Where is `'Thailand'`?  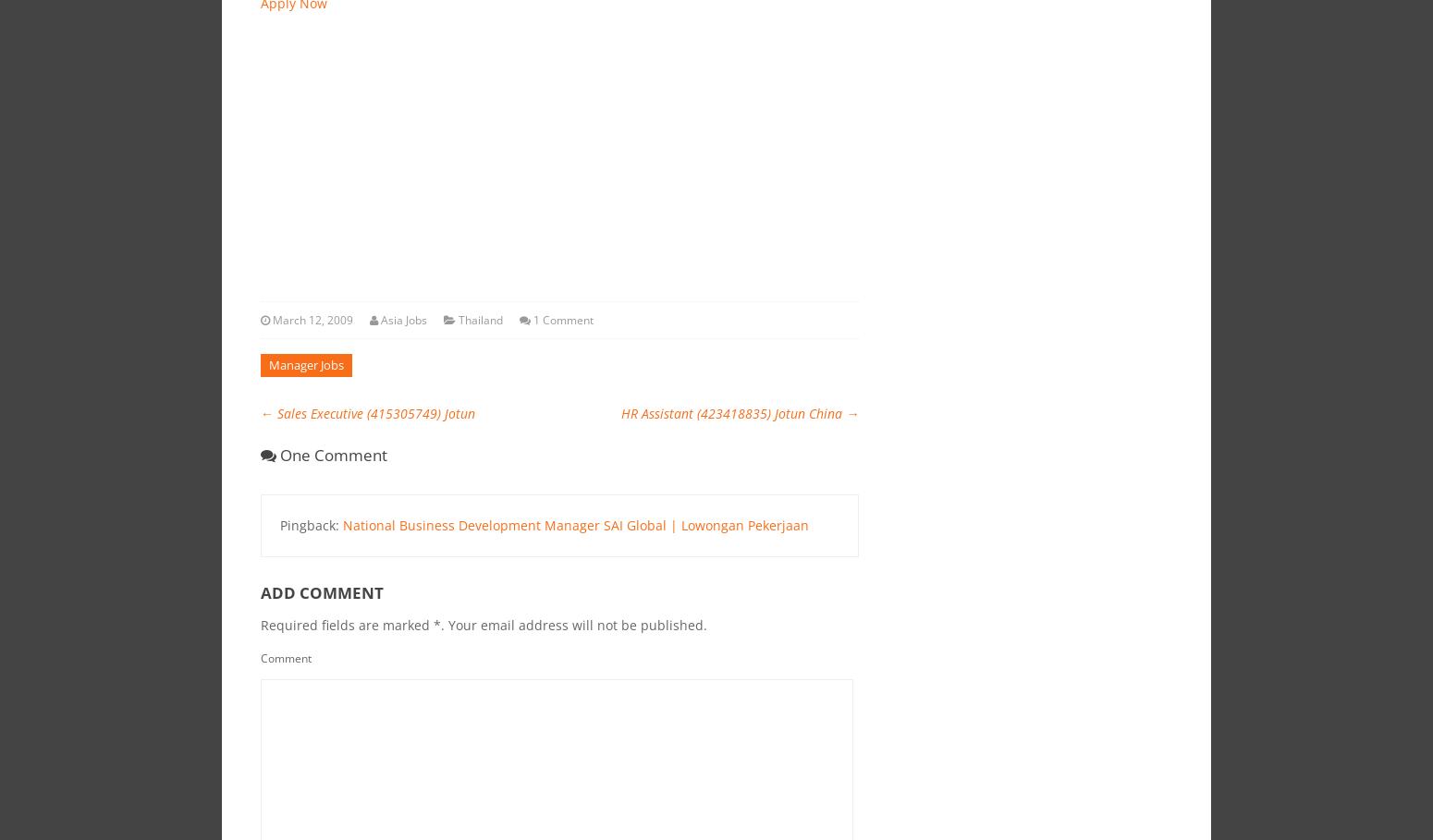
'Thailand' is located at coordinates (478, 319).